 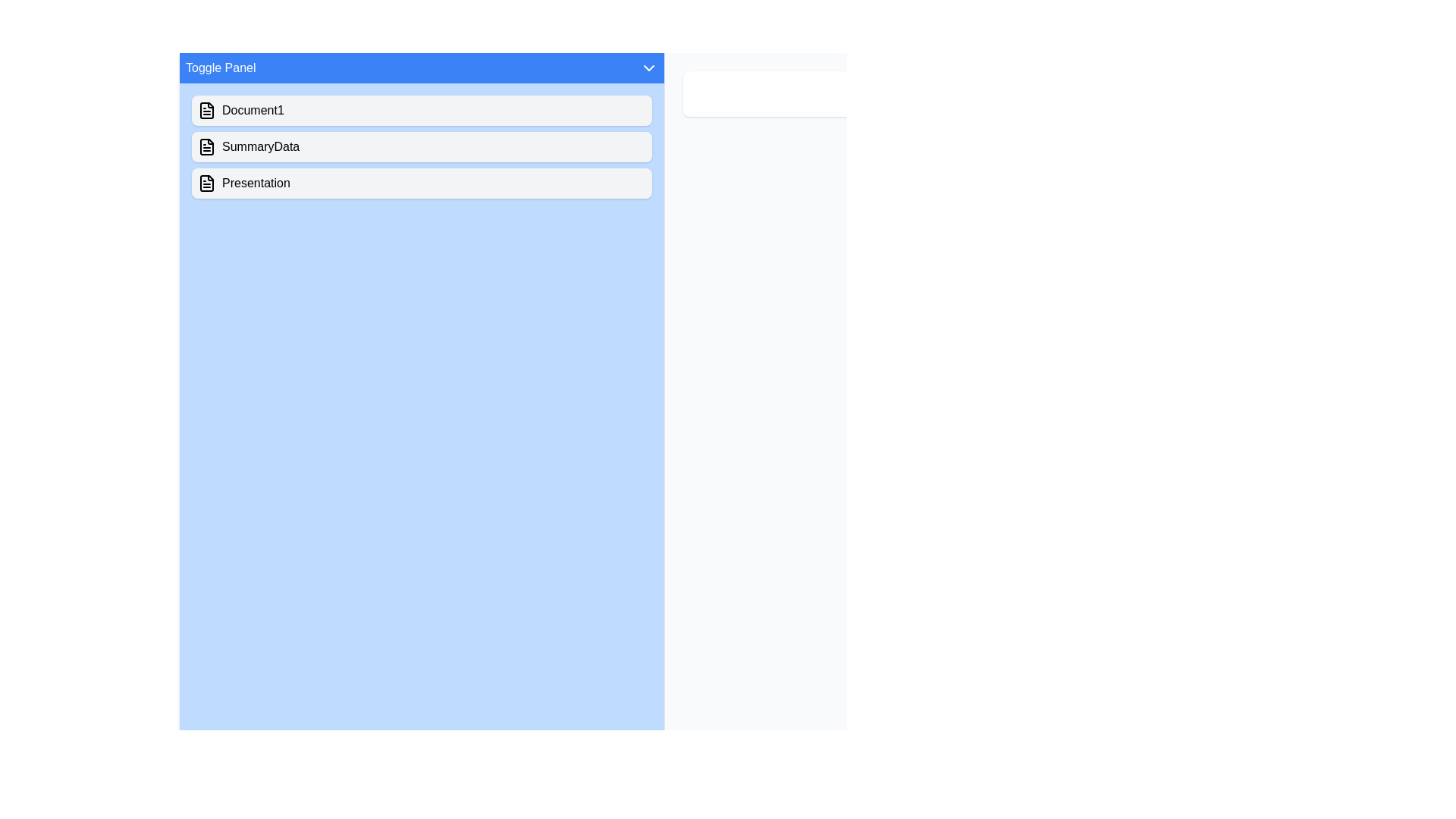 What do you see at coordinates (206, 110) in the screenshot?
I see `the file icon representing the 'Document1' entry in the list located under the 'Toggle Panel' header` at bounding box center [206, 110].